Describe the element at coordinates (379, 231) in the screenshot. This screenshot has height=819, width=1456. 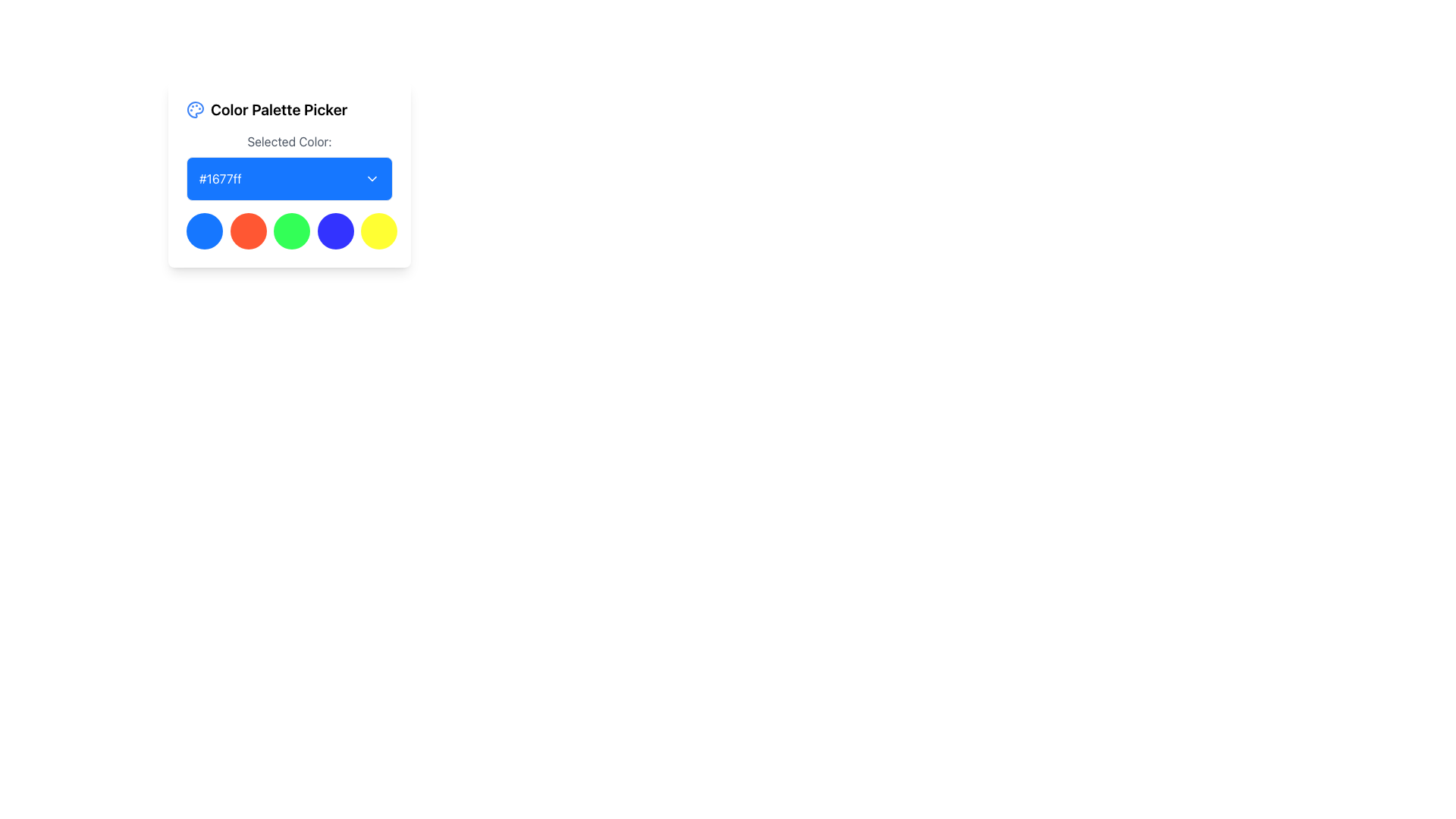
I see `the circular button with a yellow background, which is the fifth color circle in the row beneath the 'Selected Color' section` at that location.